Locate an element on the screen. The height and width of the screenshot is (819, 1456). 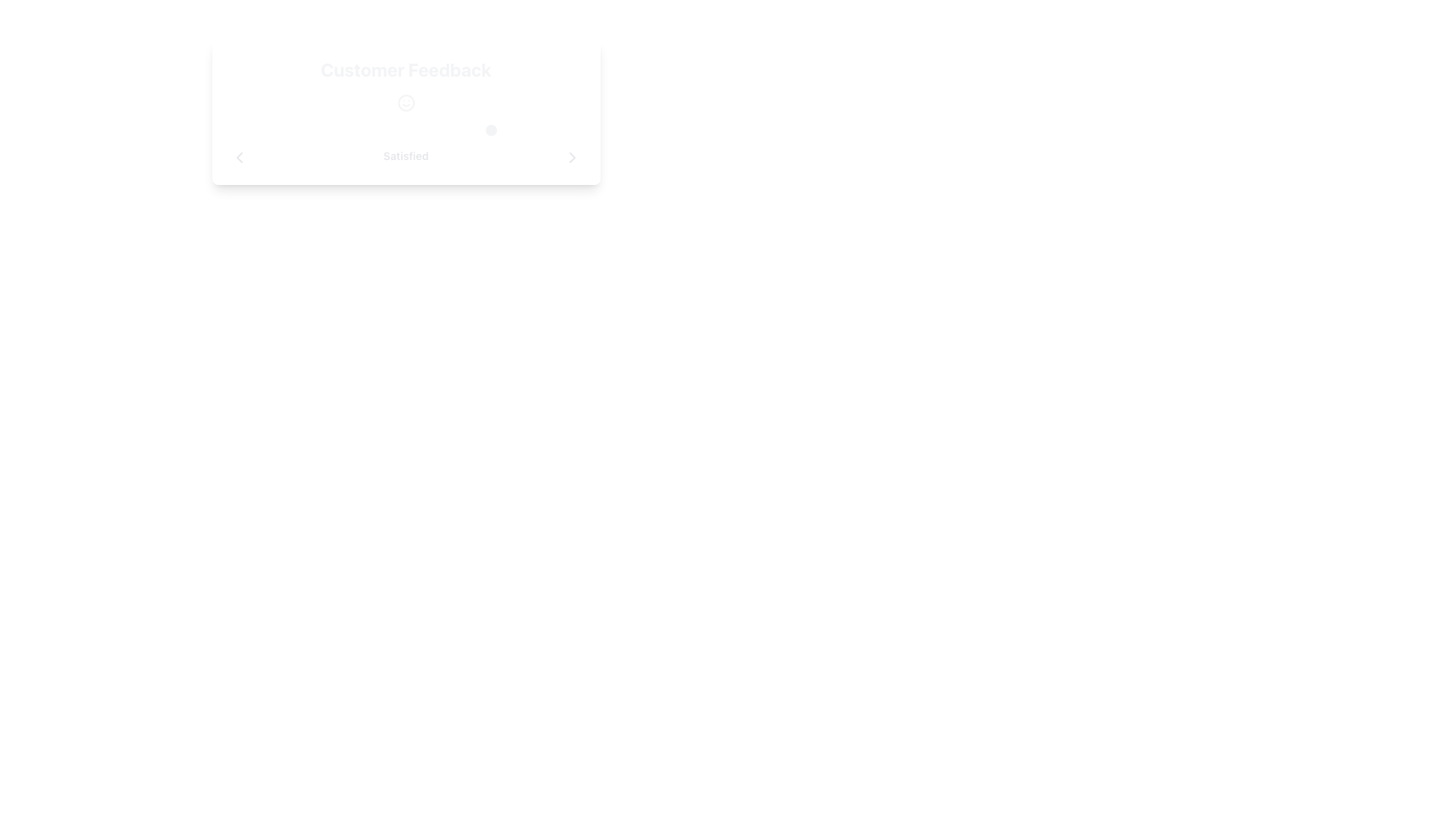
the slider is located at coordinates (406, 130).